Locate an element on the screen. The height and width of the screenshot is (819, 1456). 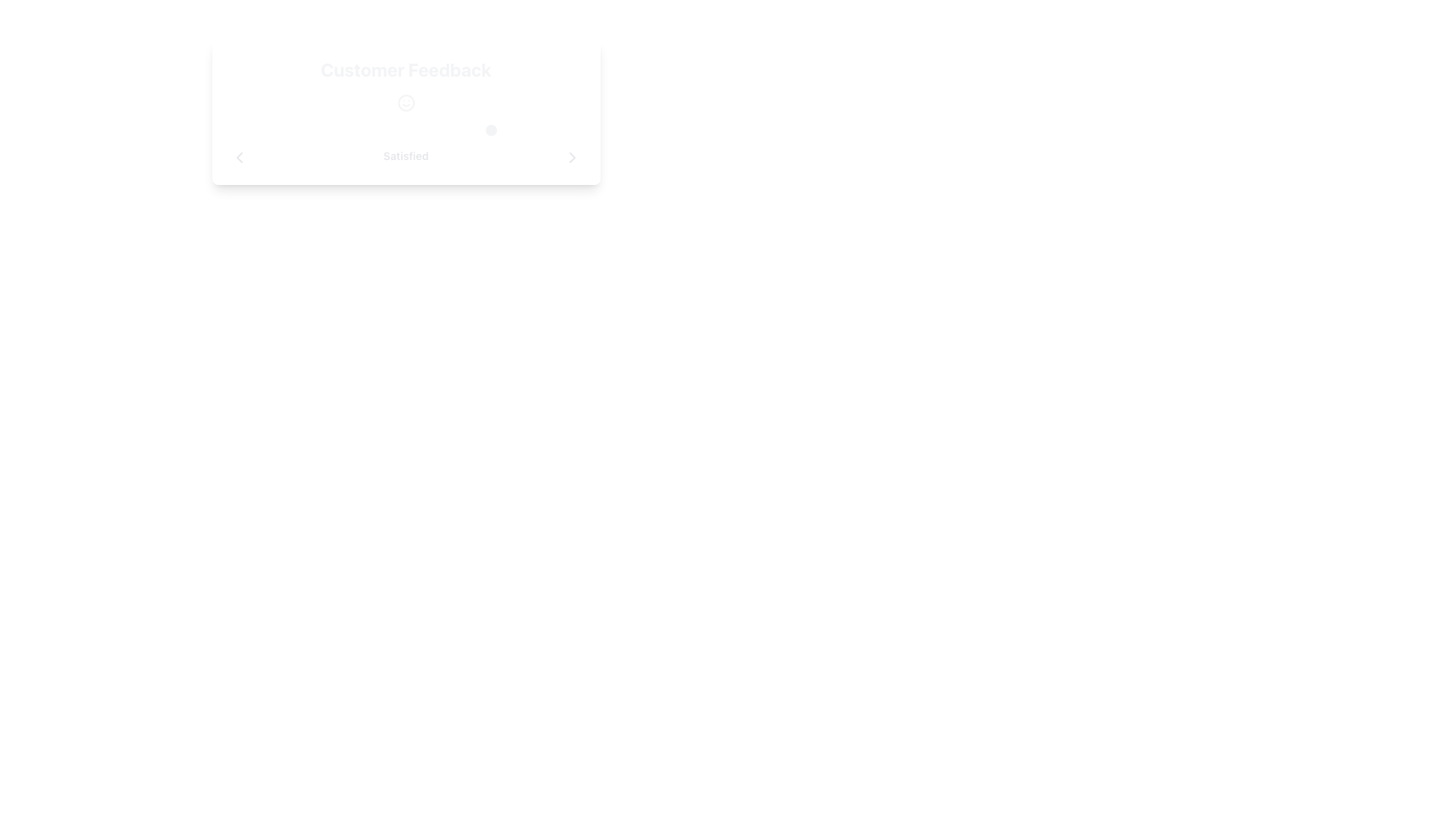
the slider is located at coordinates (406, 130).